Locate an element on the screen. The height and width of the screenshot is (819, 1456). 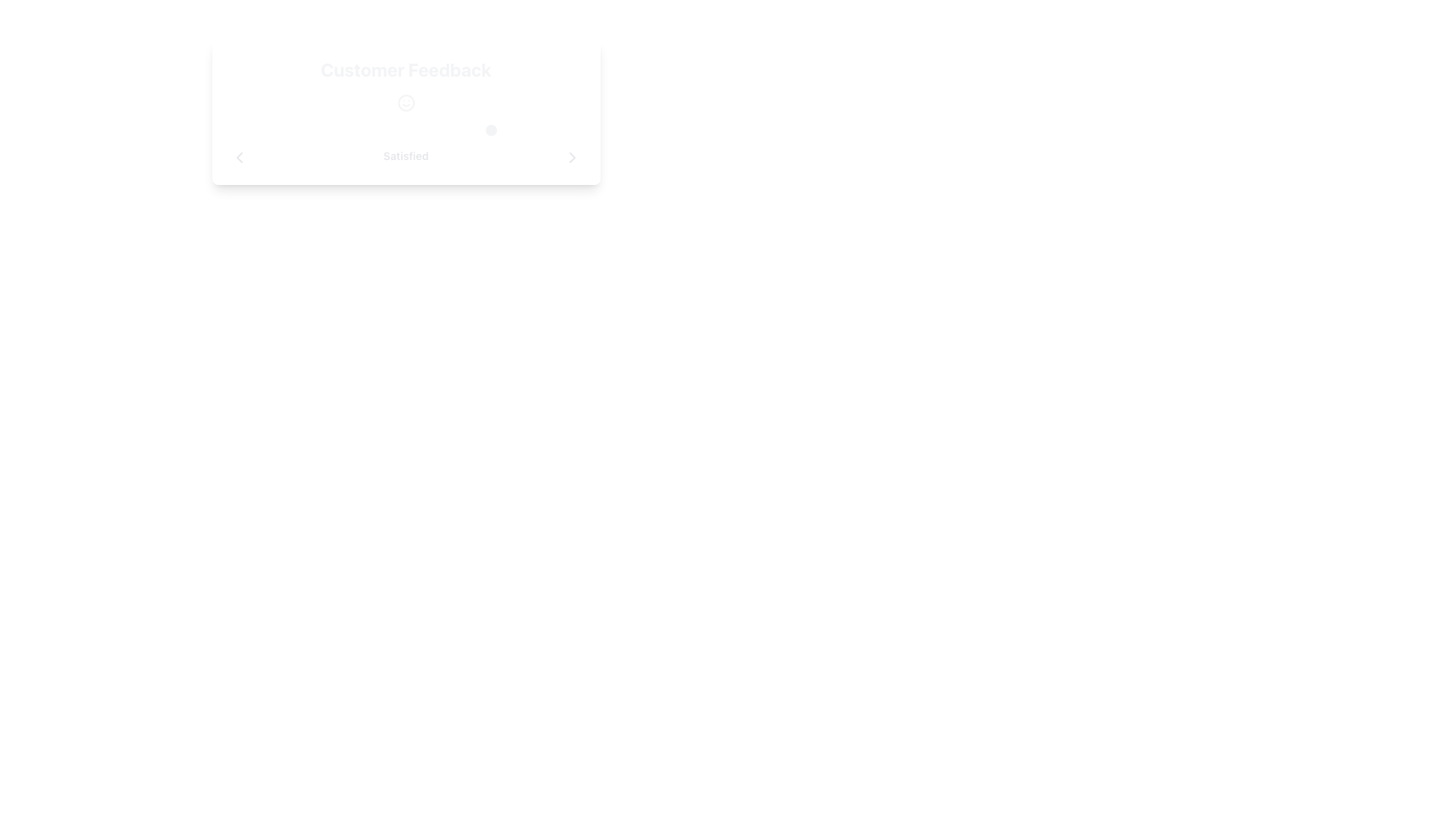
the slider is located at coordinates (406, 130).